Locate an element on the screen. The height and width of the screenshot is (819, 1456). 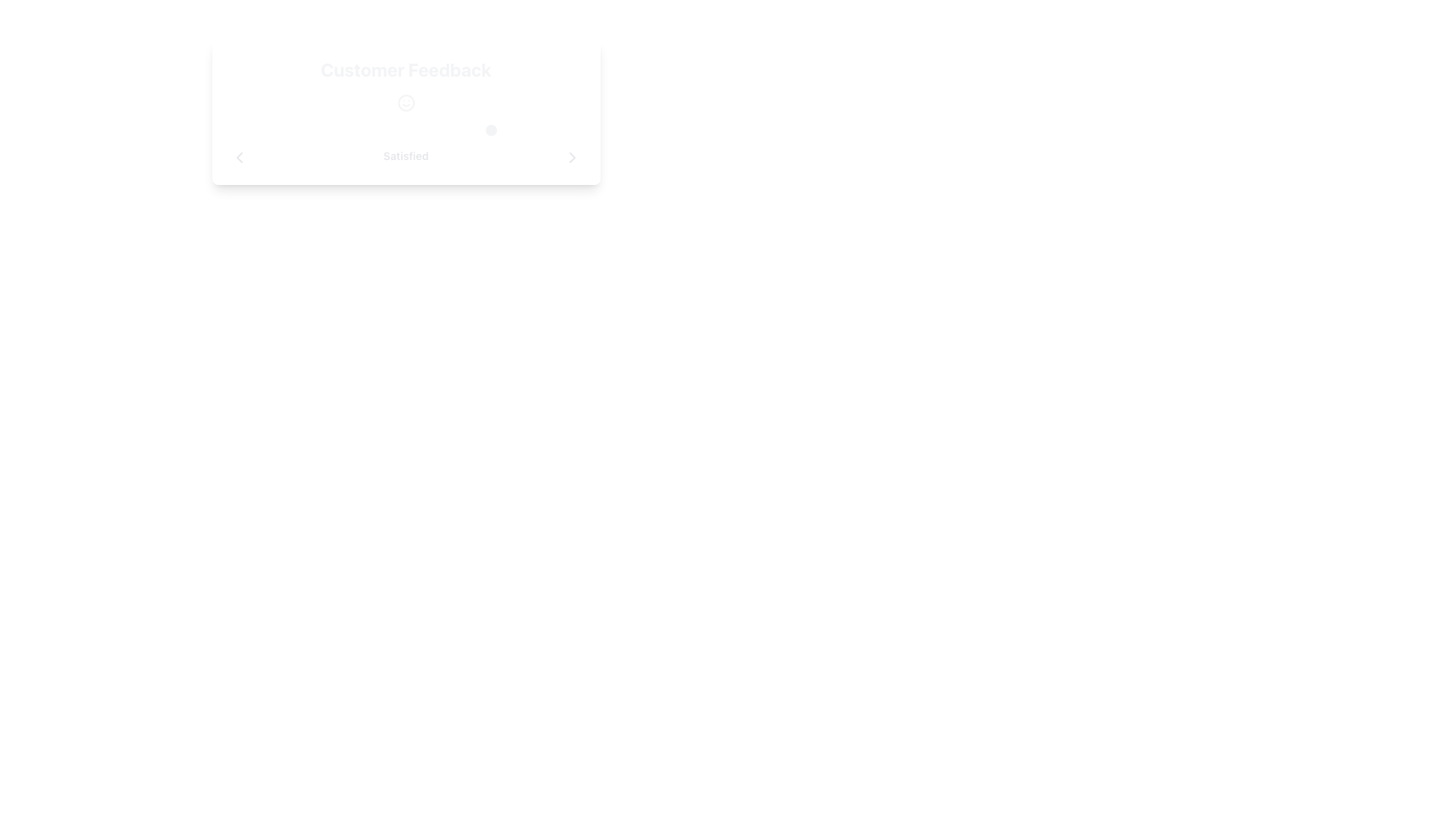
the slider is located at coordinates (406, 130).